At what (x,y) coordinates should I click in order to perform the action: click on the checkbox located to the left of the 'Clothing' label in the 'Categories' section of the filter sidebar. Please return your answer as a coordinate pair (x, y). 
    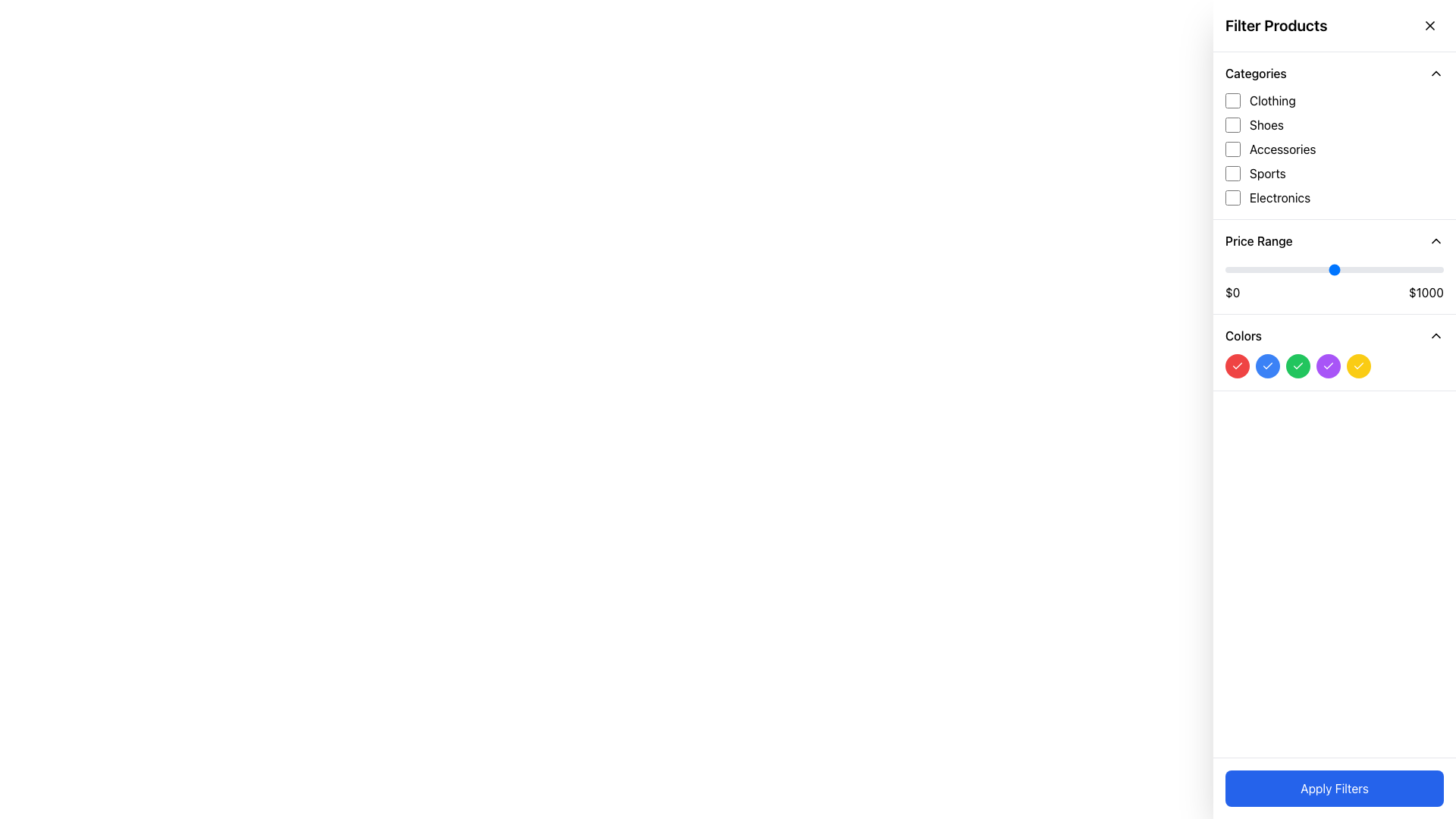
    Looking at the image, I should click on (1233, 100).